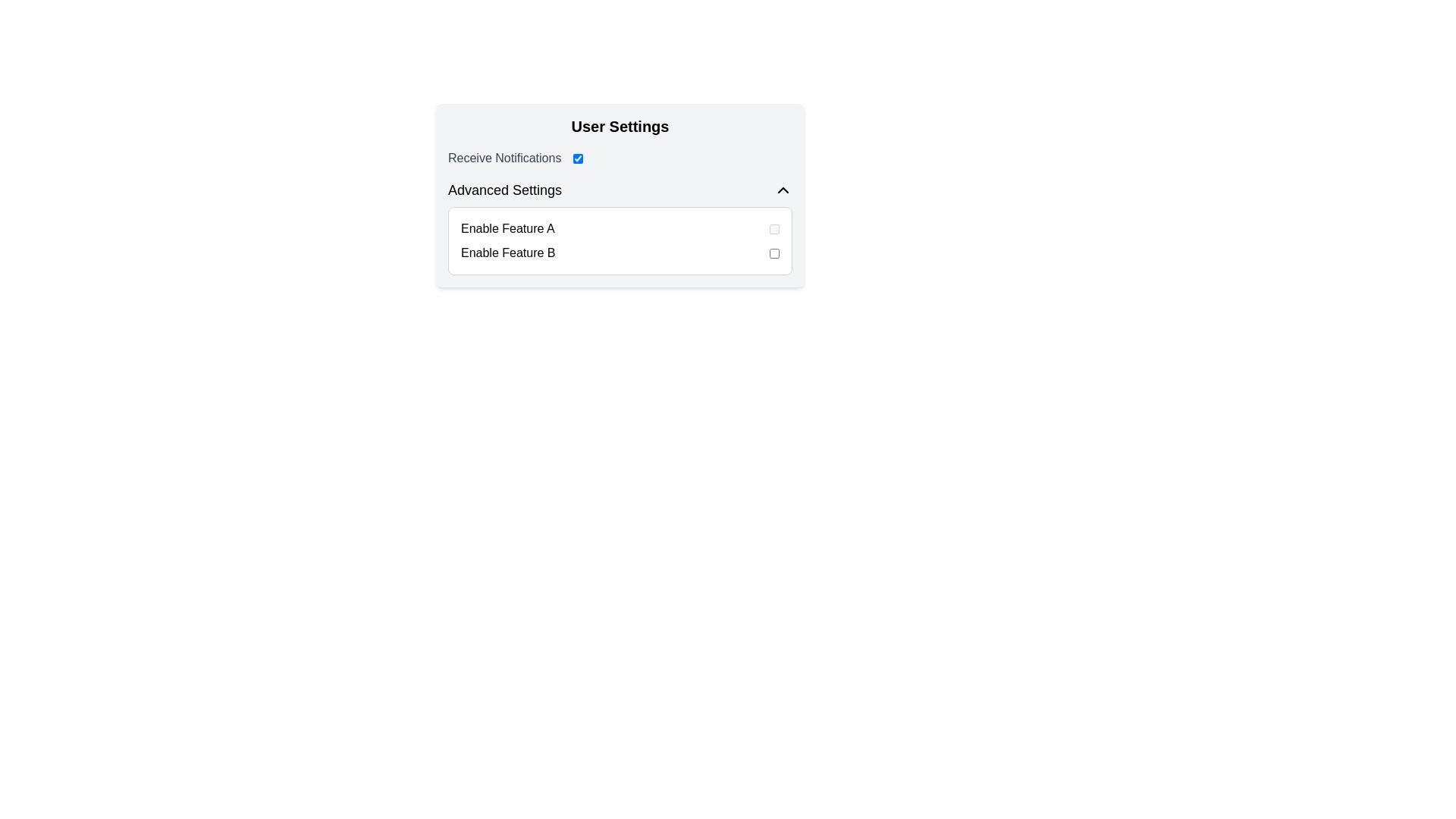 Image resolution: width=1456 pixels, height=819 pixels. I want to click on the 'Advanced Settings' heading text element, so click(505, 189).